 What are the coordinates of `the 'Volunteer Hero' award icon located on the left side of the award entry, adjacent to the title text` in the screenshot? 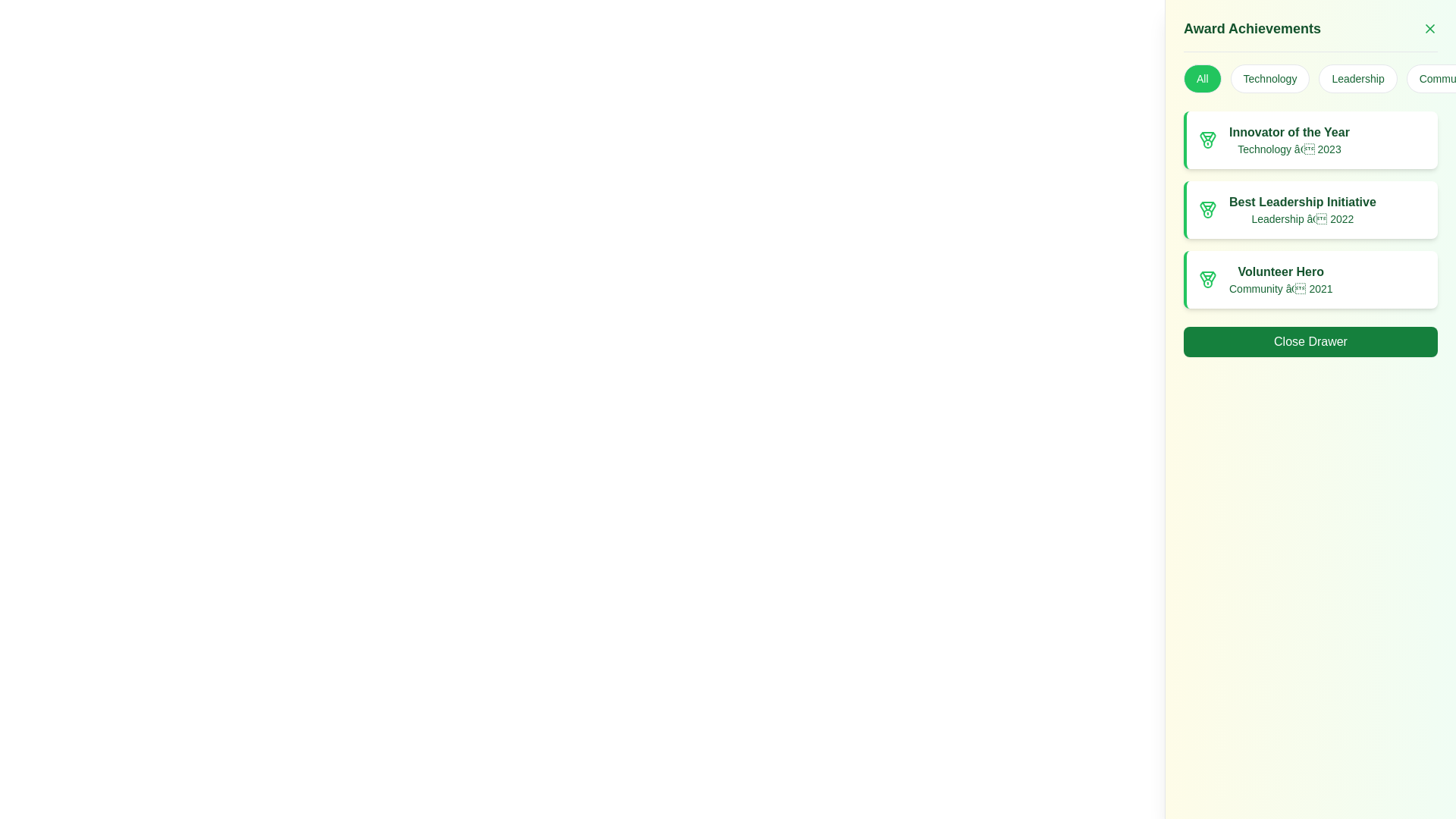 It's located at (1207, 280).